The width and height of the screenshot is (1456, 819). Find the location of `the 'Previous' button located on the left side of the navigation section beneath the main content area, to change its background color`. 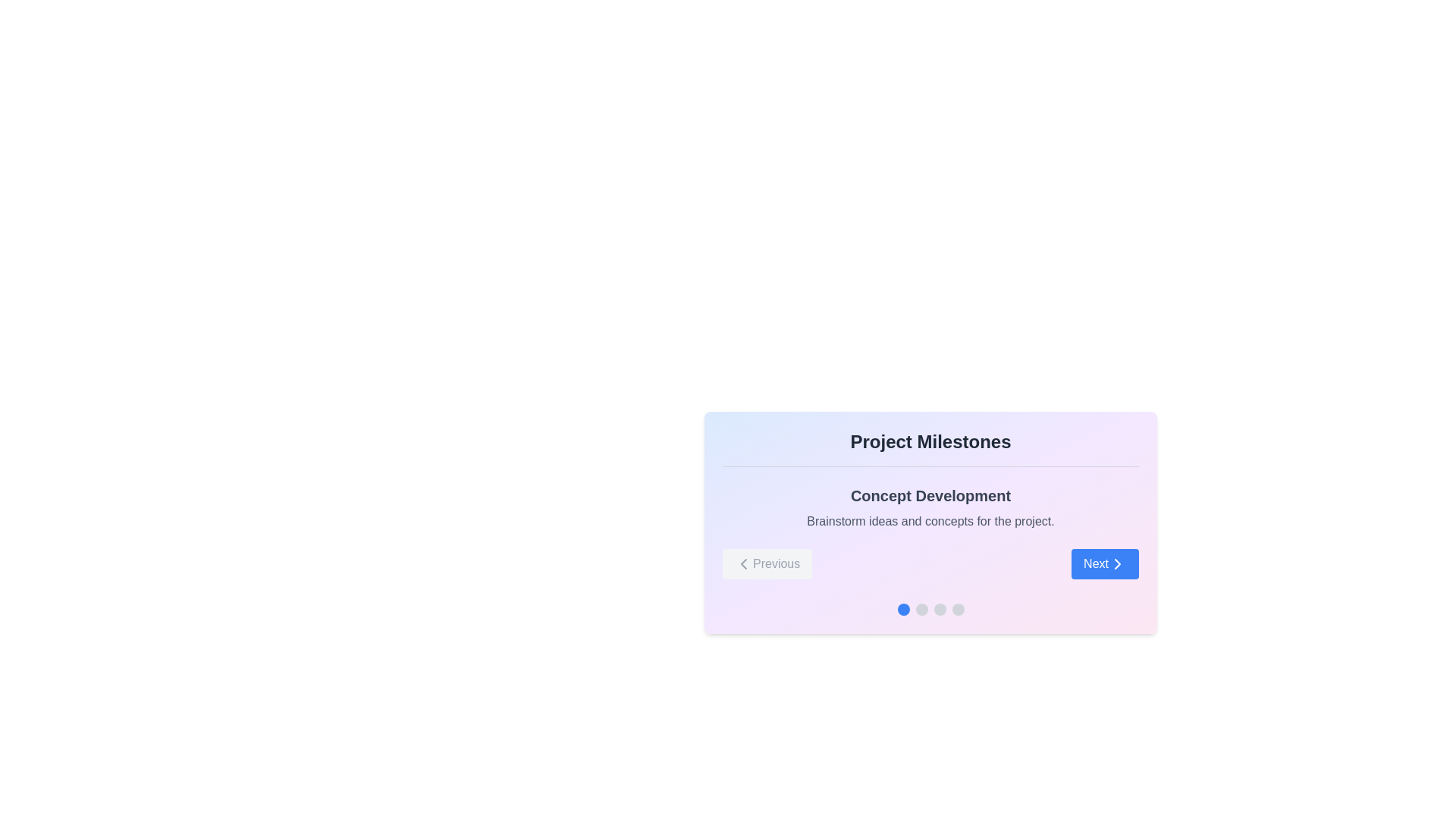

the 'Previous' button located on the left side of the navigation section beneath the main content area, to change its background color is located at coordinates (767, 564).